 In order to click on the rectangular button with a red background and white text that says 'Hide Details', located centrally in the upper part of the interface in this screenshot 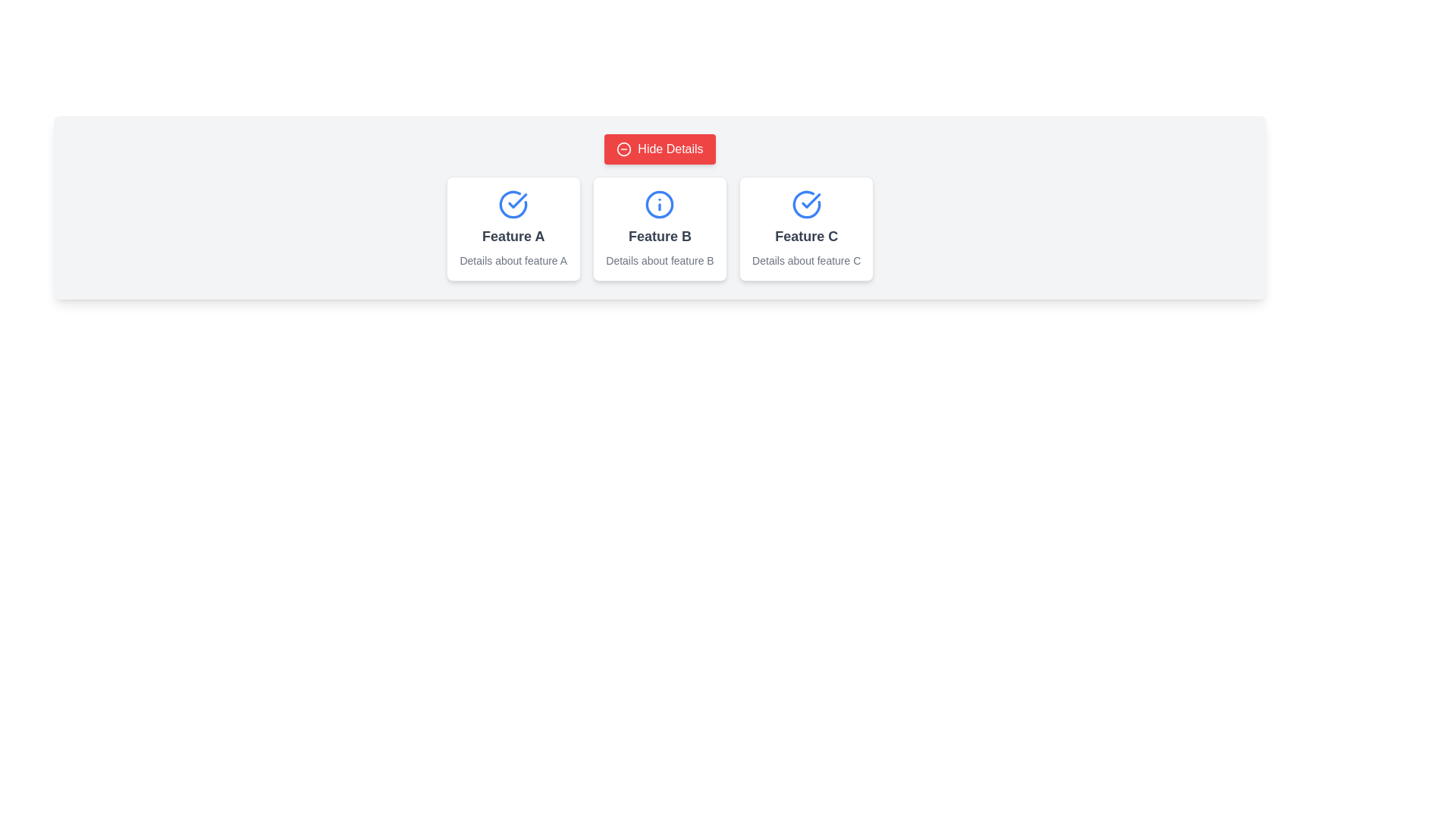, I will do `click(660, 149)`.